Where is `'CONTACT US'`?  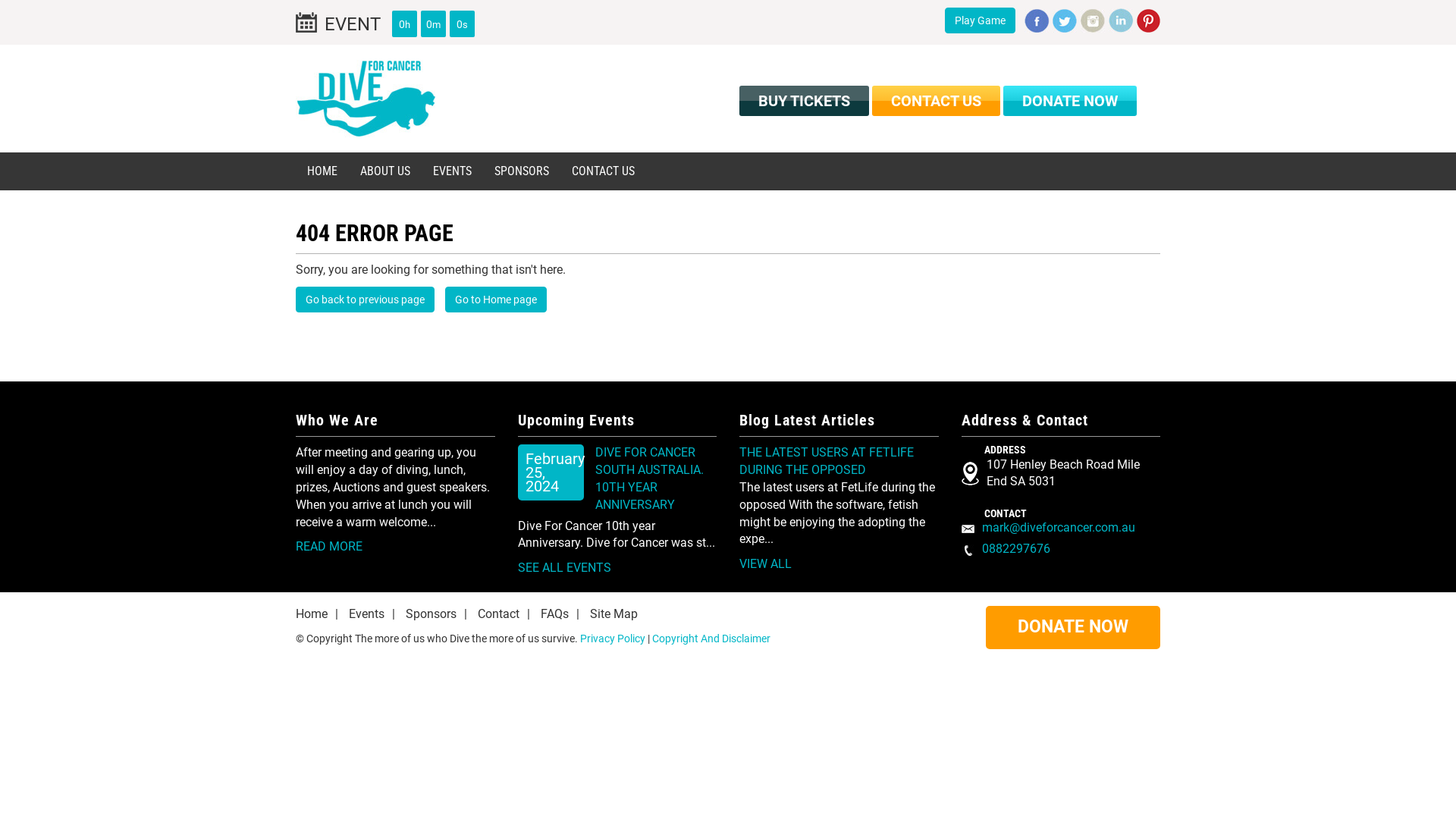
'CONTACT US' is located at coordinates (872, 100).